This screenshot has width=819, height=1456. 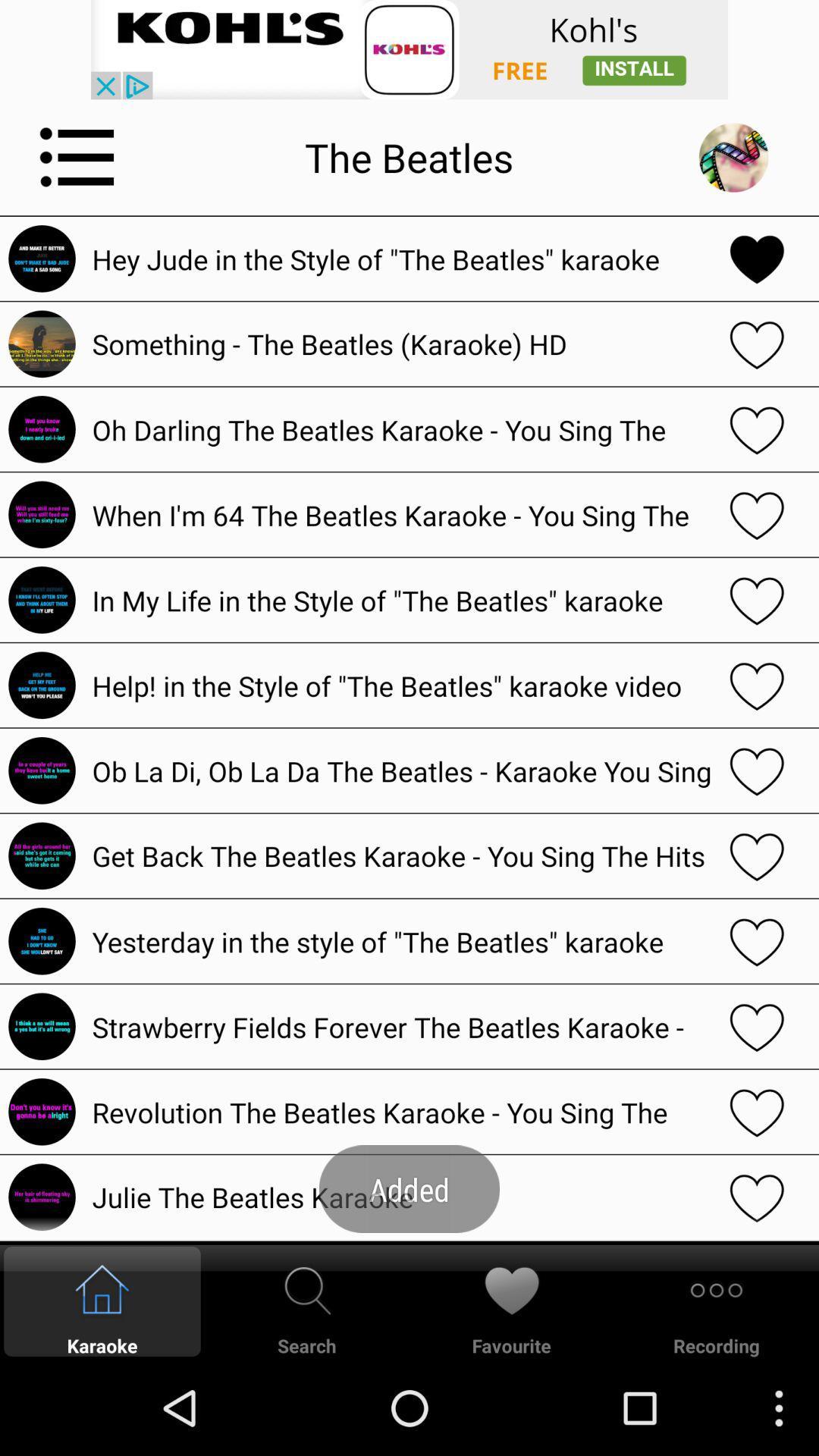 I want to click on to favorites, so click(x=757, y=770).